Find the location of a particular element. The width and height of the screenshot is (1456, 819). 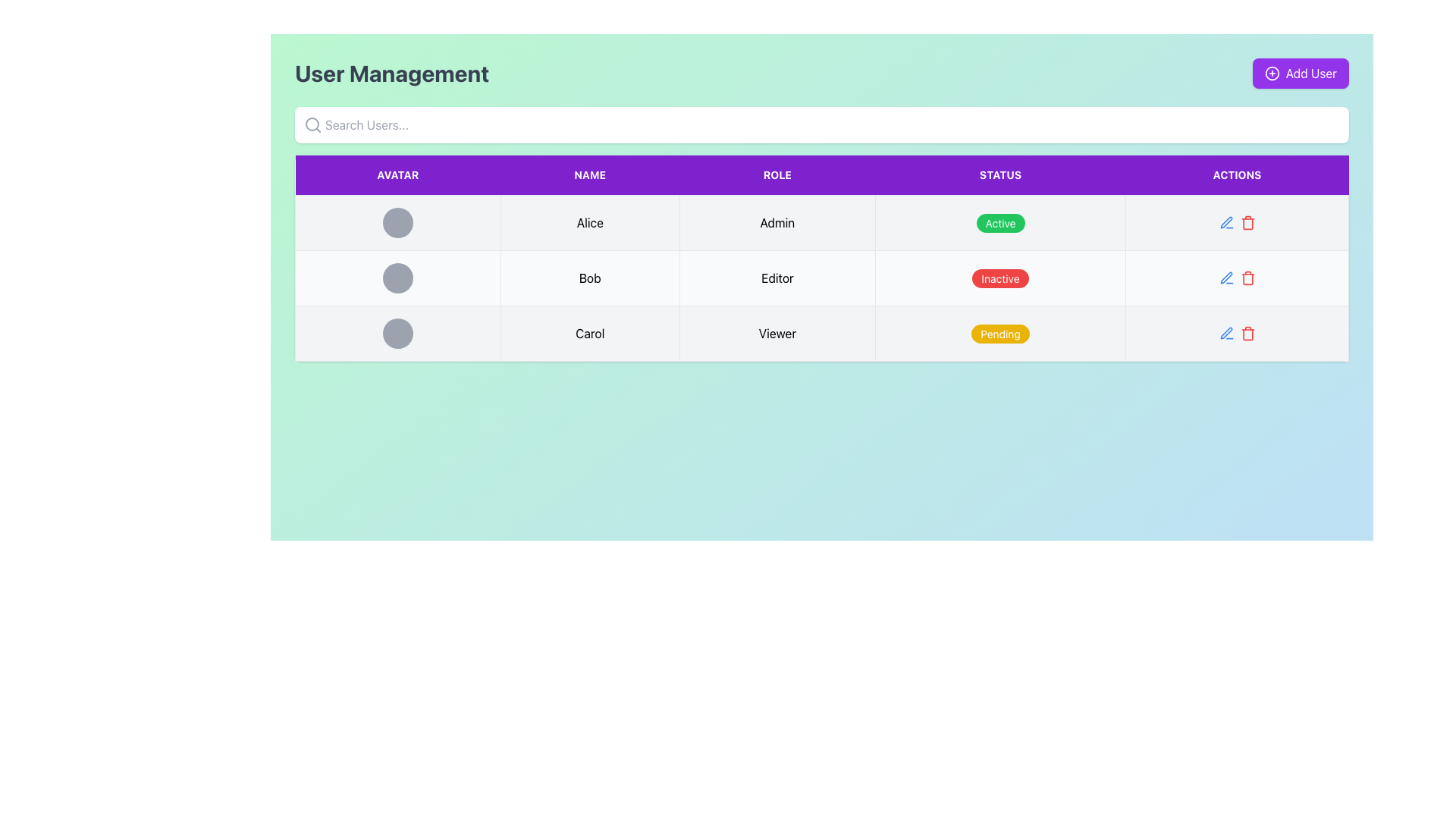

the text label with a red background that reads 'Inactive' in the 'STATUS' column of the second row in the table, associated with the 'Editor' role is located at coordinates (1000, 278).